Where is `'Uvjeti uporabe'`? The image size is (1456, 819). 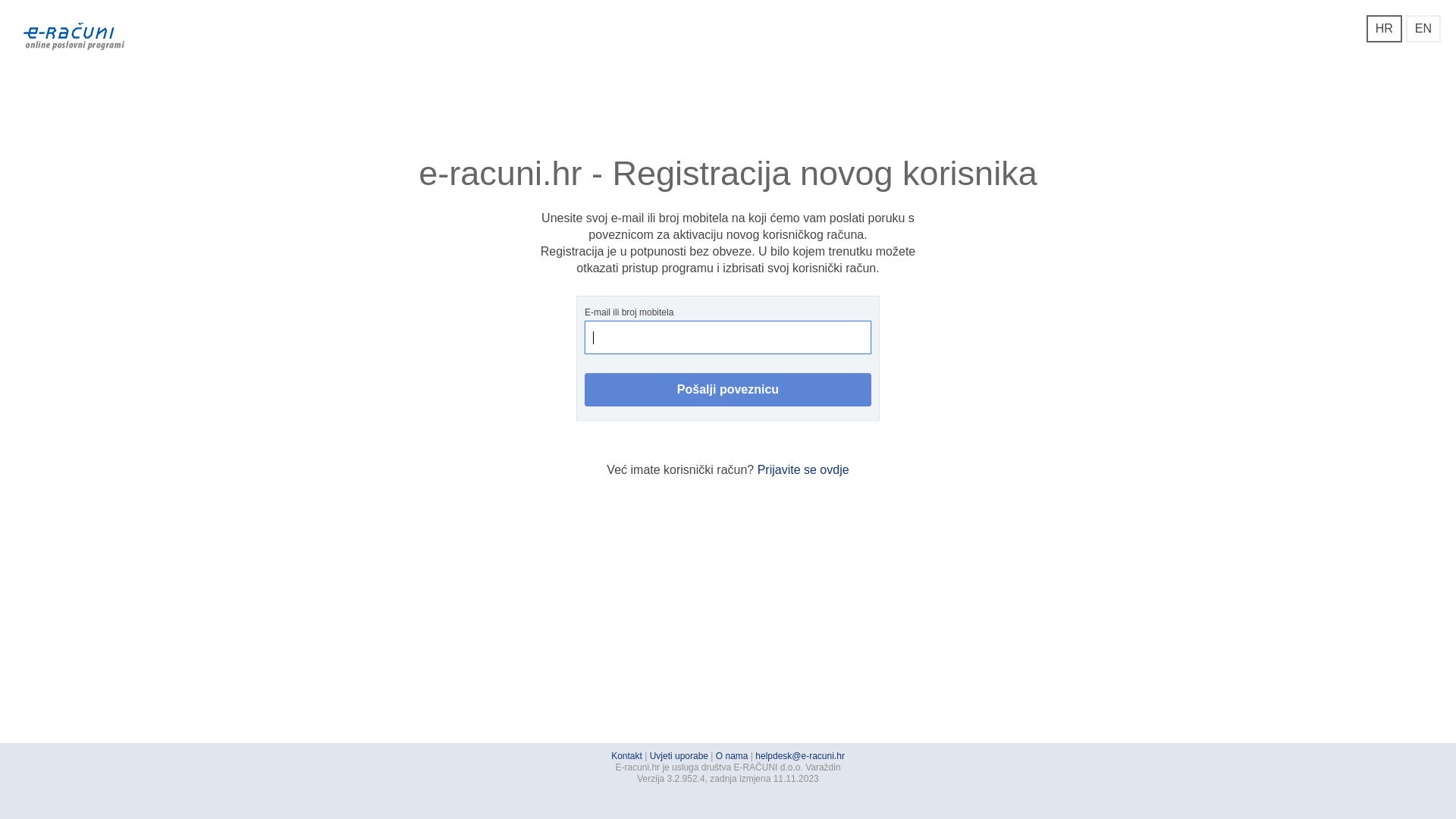
'Uvjeti uporabe' is located at coordinates (678, 755).